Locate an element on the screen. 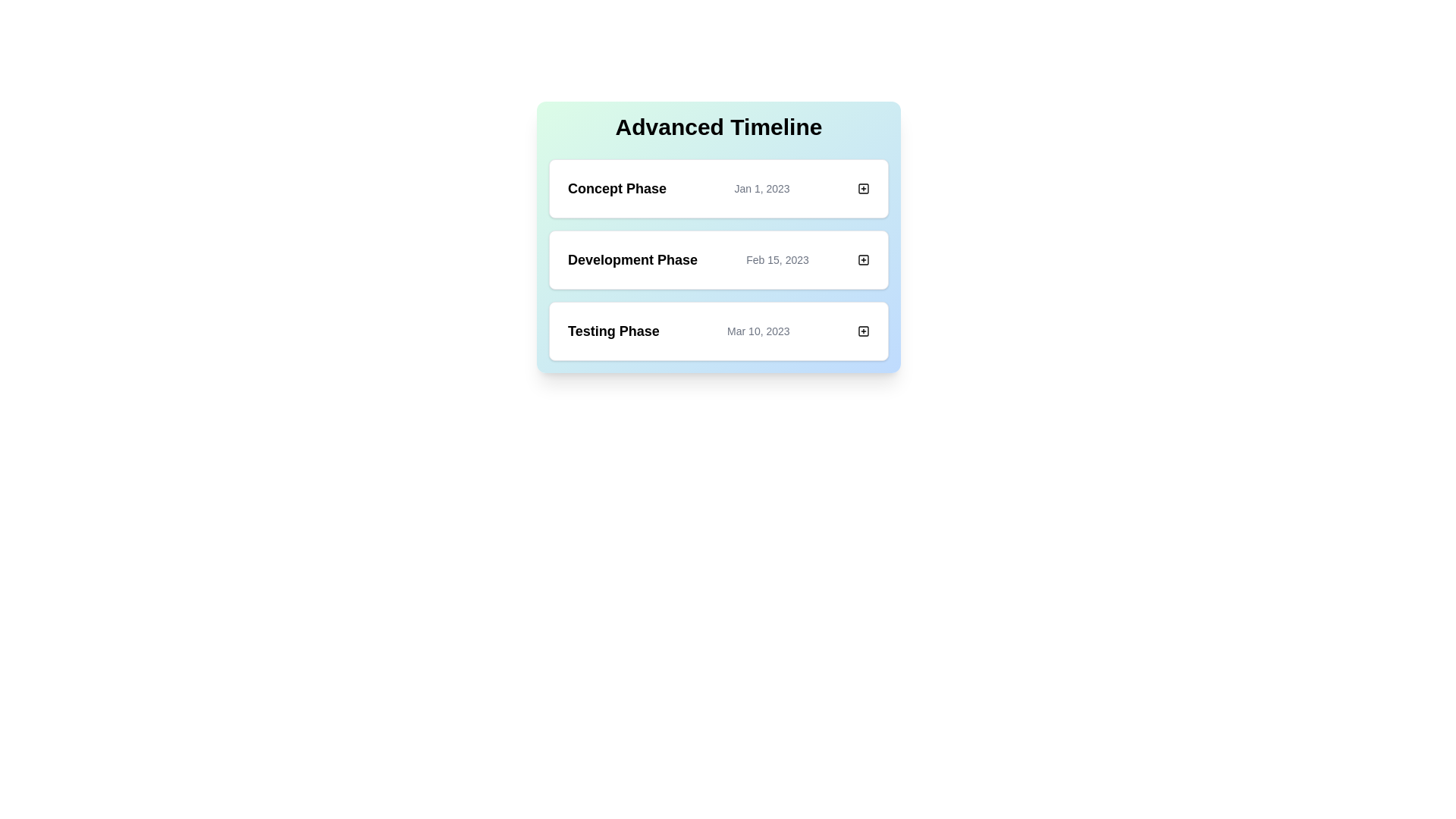  the static text displaying the date in the 'Testing Phase' row, located to the right of the 'Testing Phase' label and to the left of the additional actions icon is located at coordinates (758, 330).